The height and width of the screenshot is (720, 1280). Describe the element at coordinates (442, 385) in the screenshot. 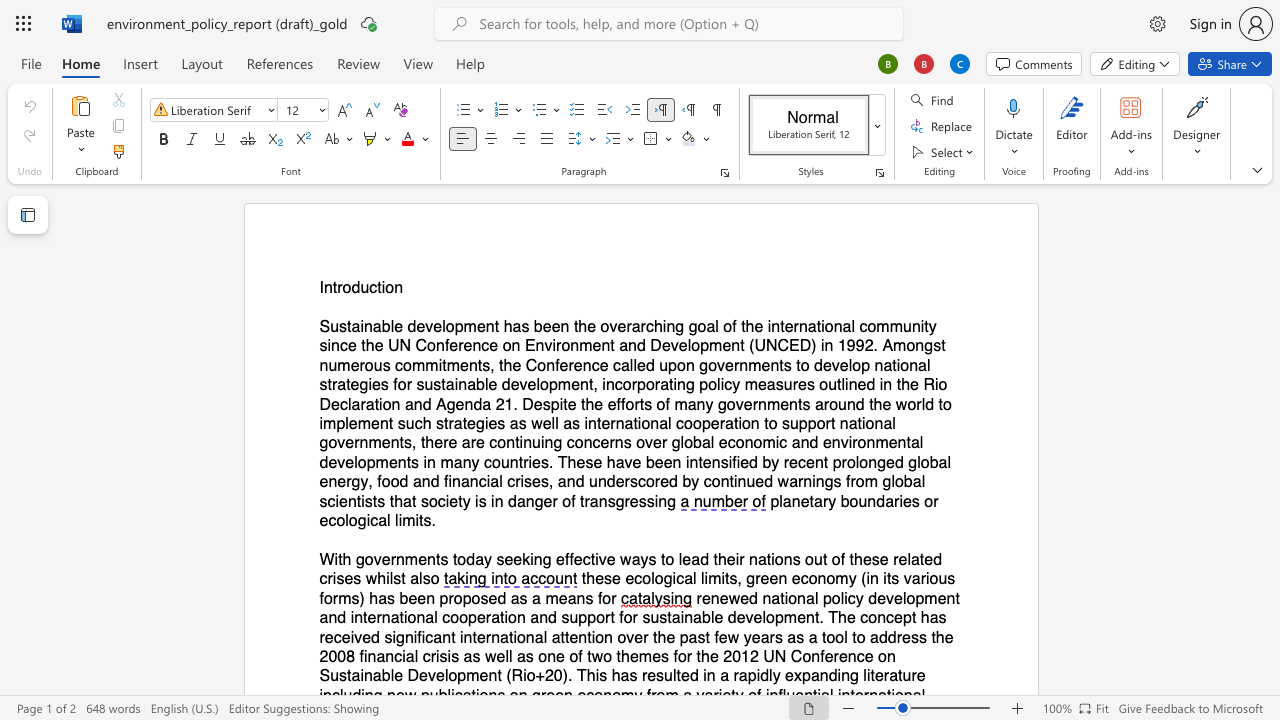

I see `the 9th character "t" in the text` at that location.